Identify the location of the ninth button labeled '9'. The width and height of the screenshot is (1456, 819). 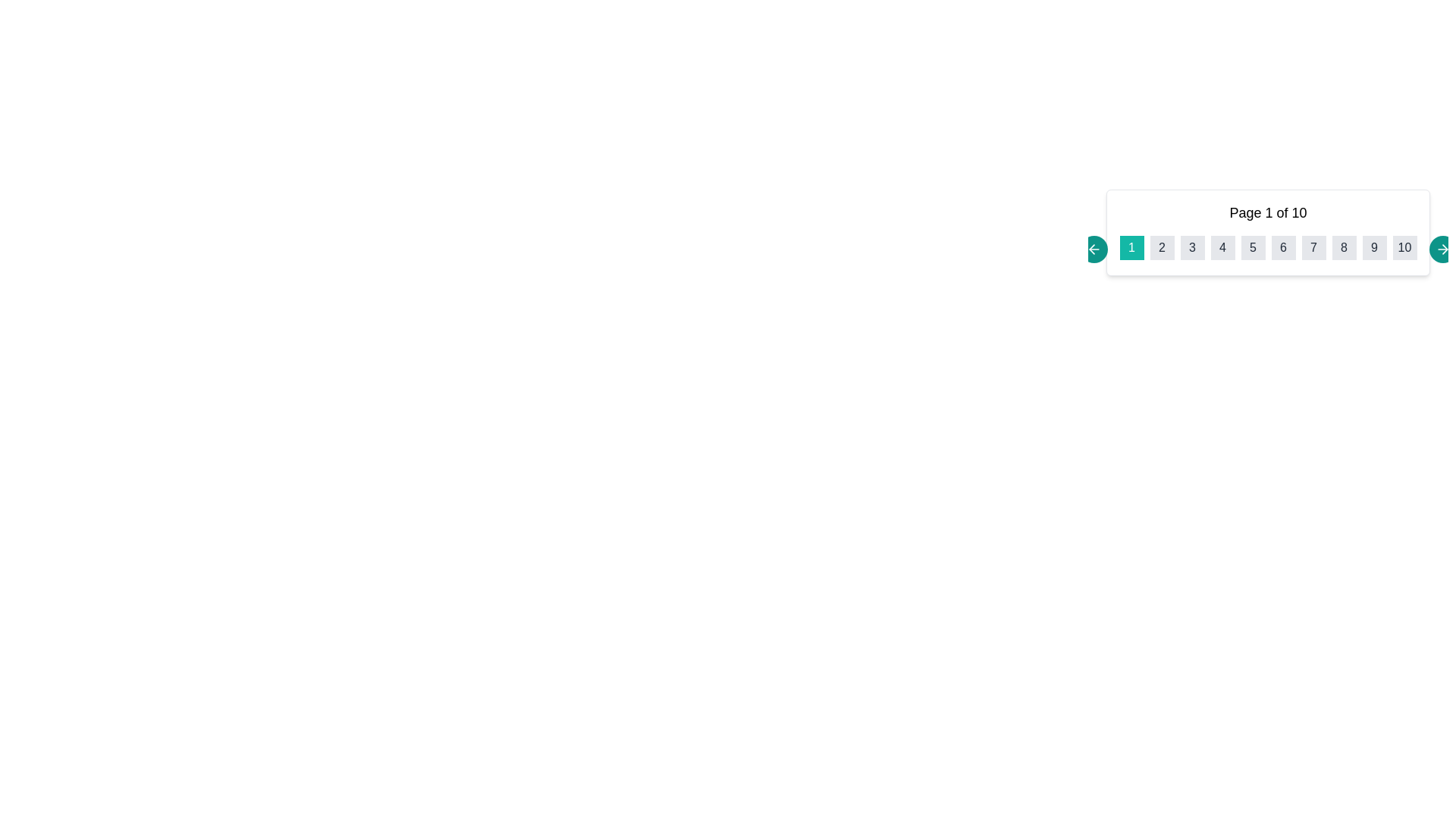
(1374, 247).